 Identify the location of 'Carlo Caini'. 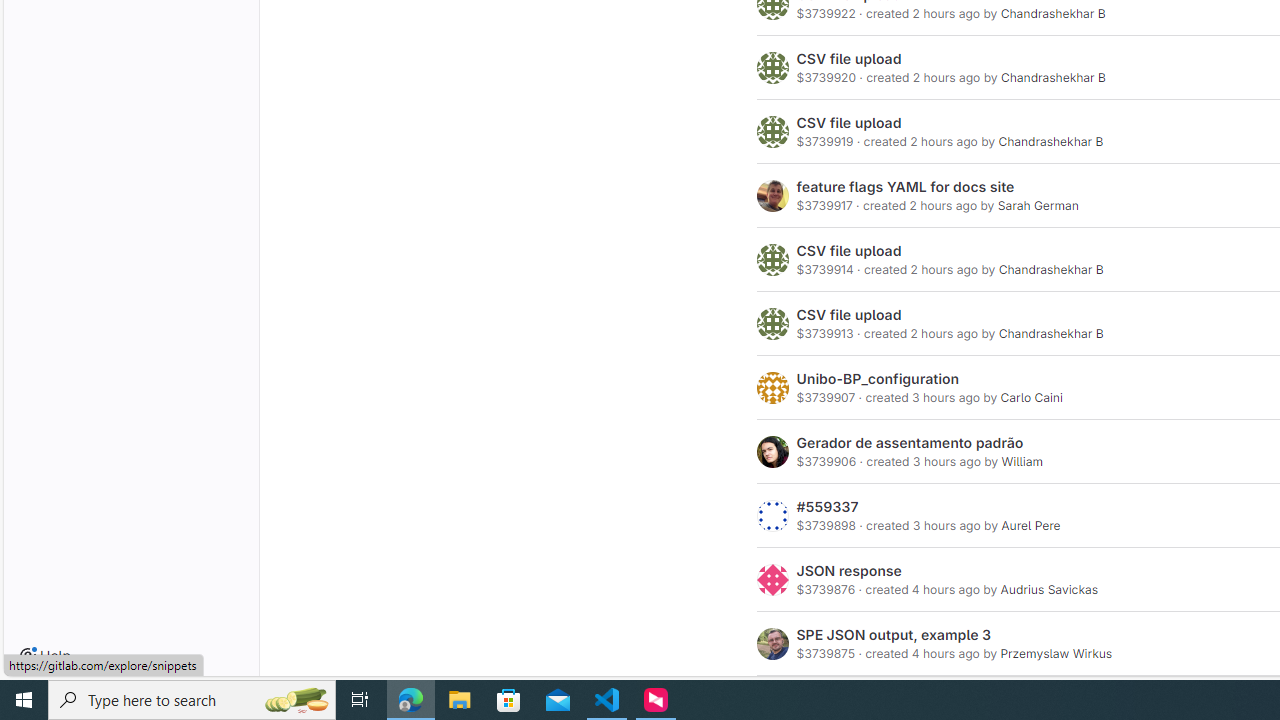
(1031, 398).